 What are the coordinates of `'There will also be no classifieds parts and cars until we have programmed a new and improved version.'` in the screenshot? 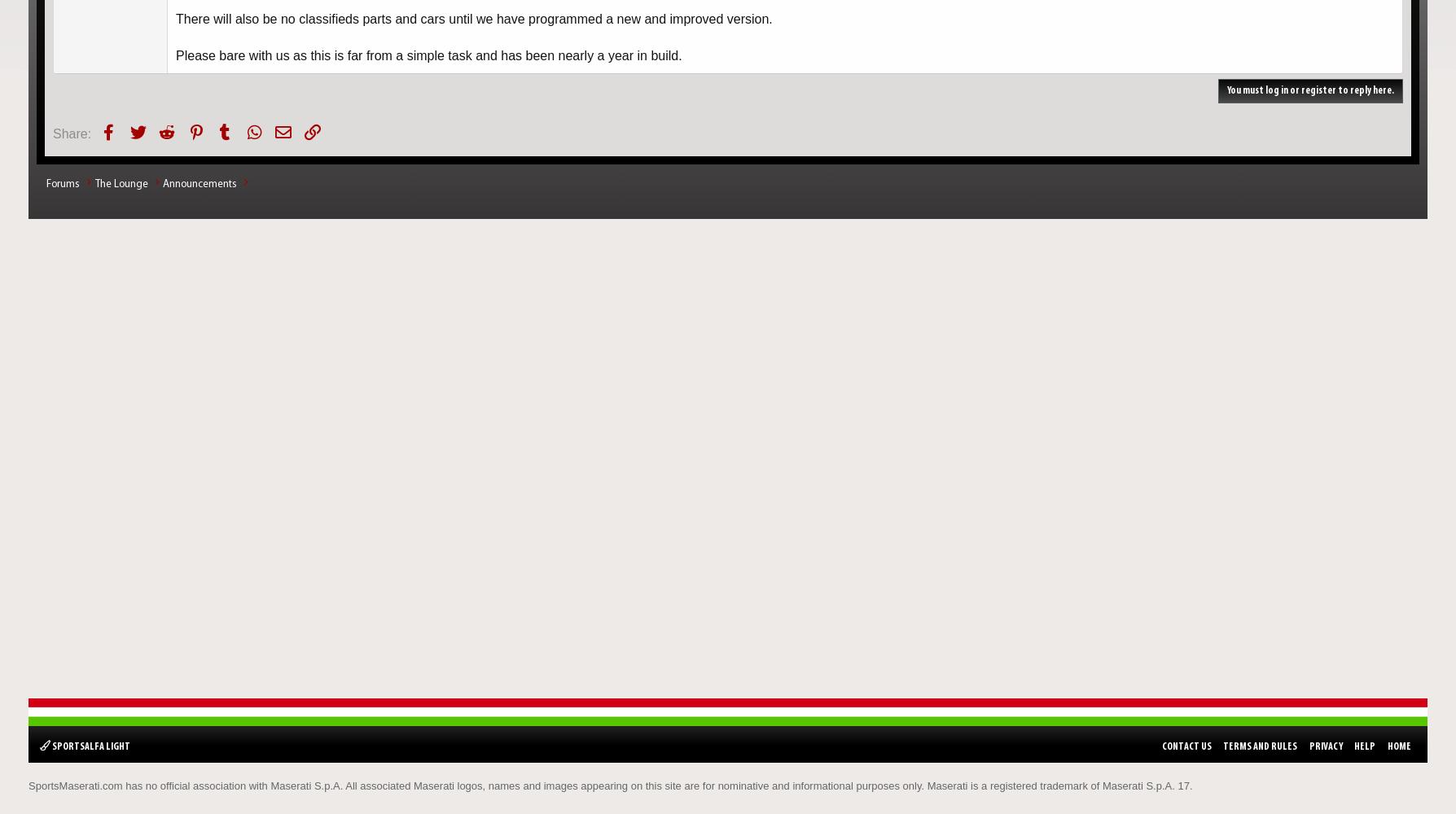 It's located at (473, 18).